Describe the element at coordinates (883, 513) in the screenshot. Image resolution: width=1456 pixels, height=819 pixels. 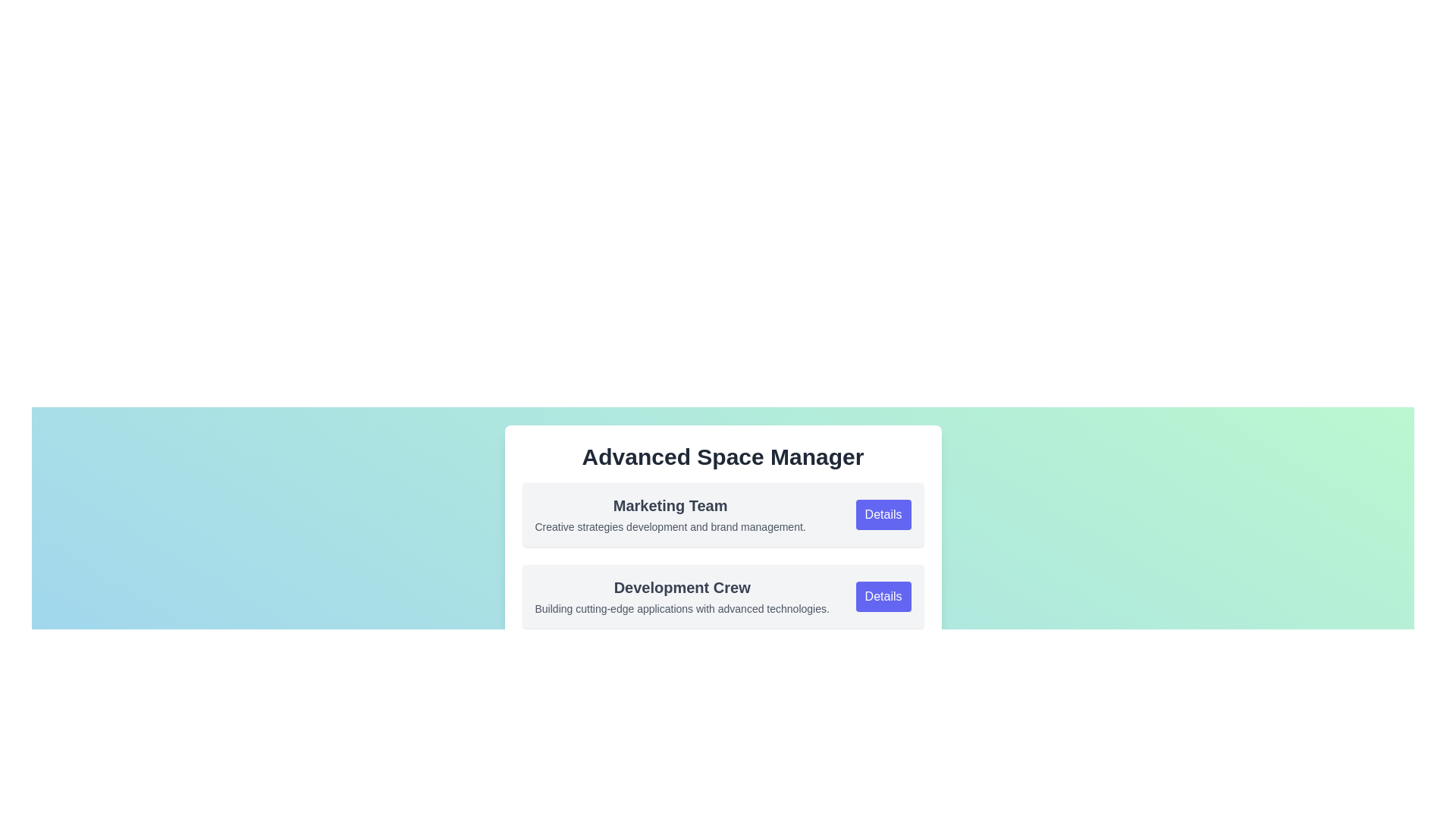
I see `the button located at the bottom-right section of the 'Marketing Team' card` at that location.